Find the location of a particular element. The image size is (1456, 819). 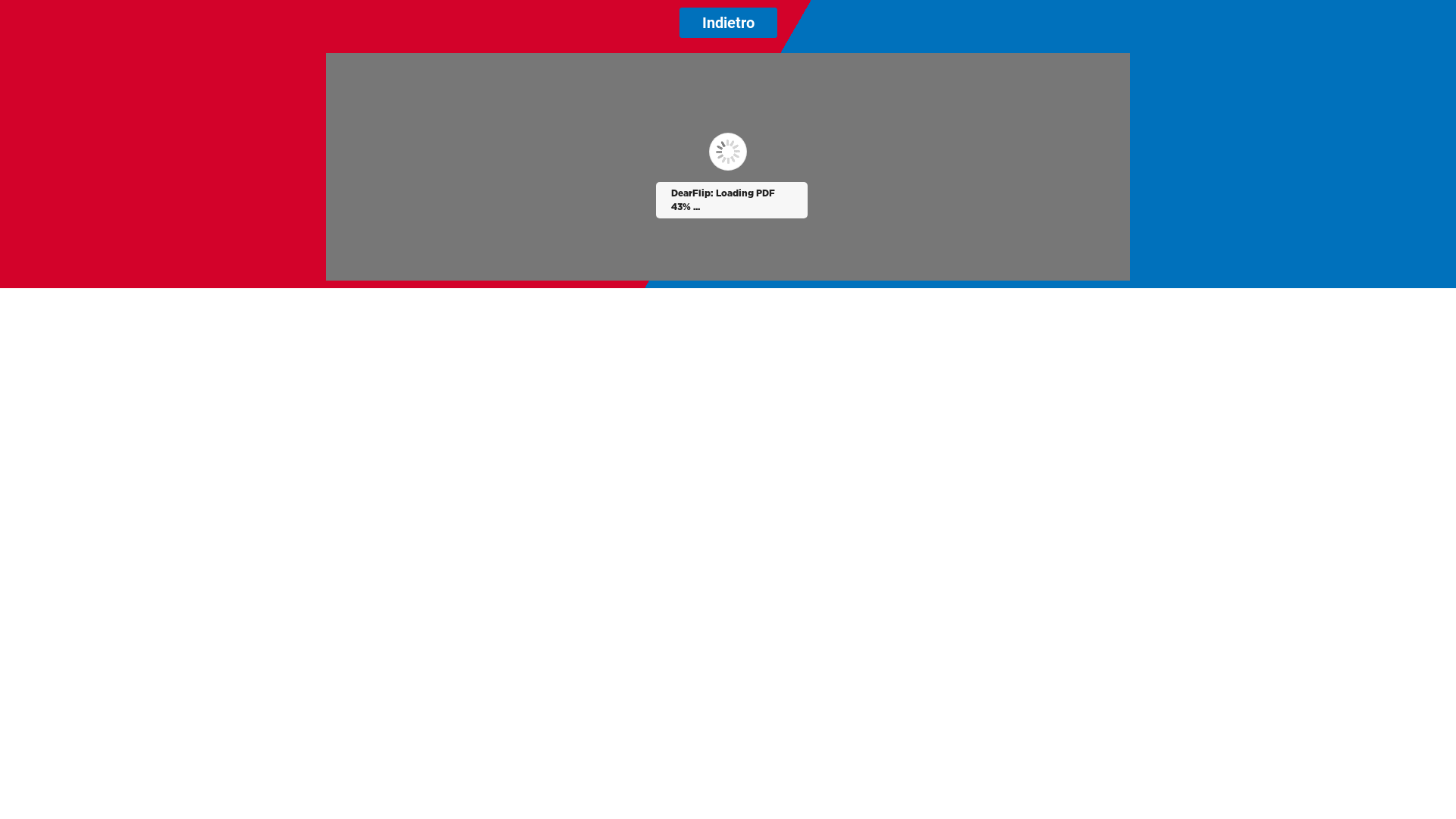

'Indietro' is located at coordinates (728, 23).